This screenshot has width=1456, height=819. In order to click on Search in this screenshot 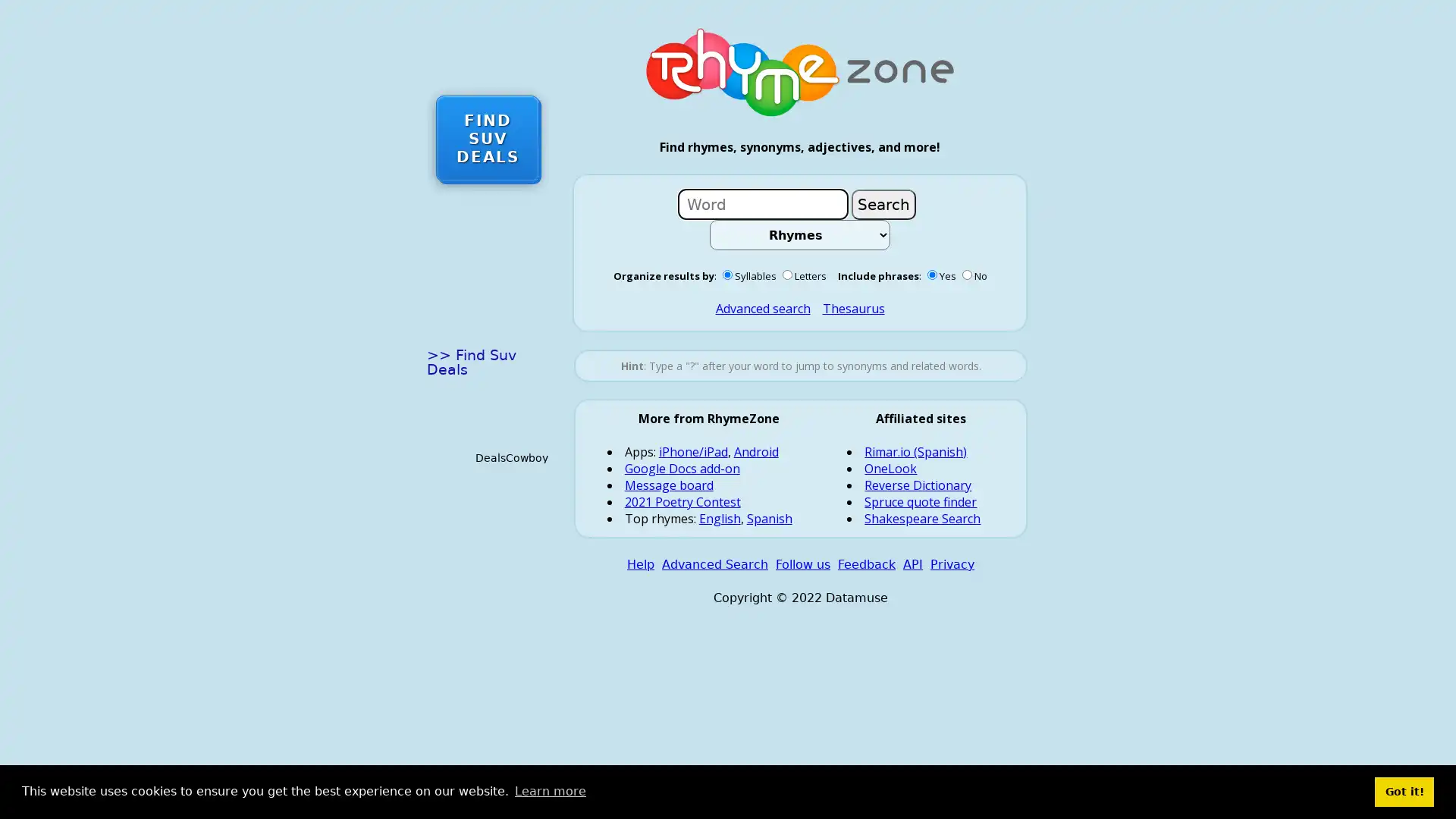, I will do `click(883, 203)`.